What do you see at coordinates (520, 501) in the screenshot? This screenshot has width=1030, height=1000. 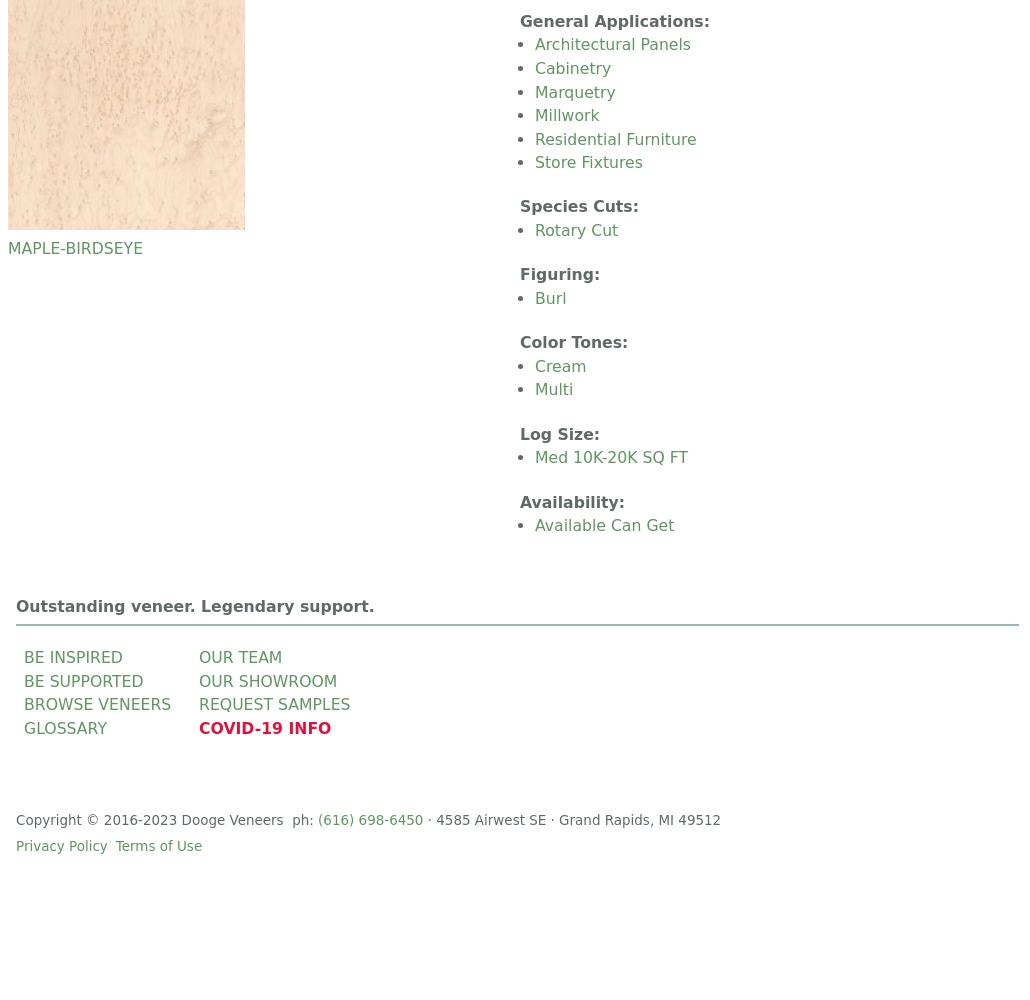 I see `'Availability:'` at bounding box center [520, 501].